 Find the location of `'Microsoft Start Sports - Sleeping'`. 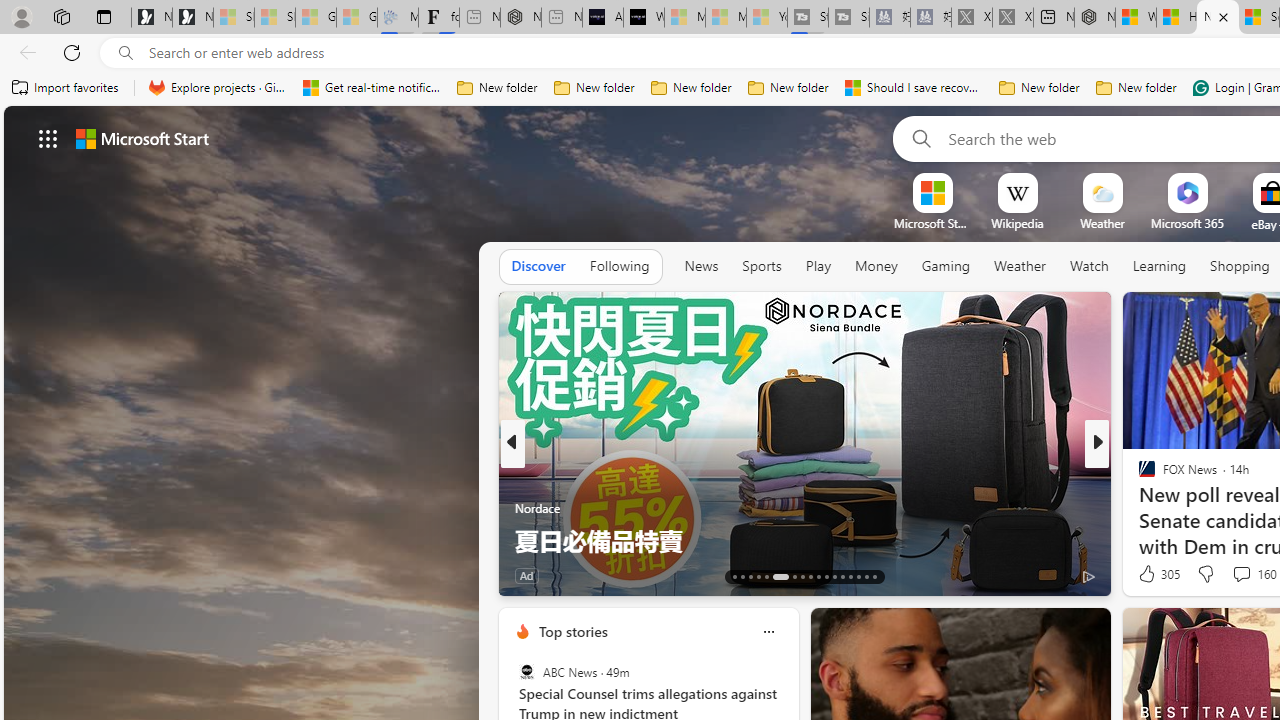

'Microsoft Start Sports - Sleeping' is located at coordinates (684, 17).